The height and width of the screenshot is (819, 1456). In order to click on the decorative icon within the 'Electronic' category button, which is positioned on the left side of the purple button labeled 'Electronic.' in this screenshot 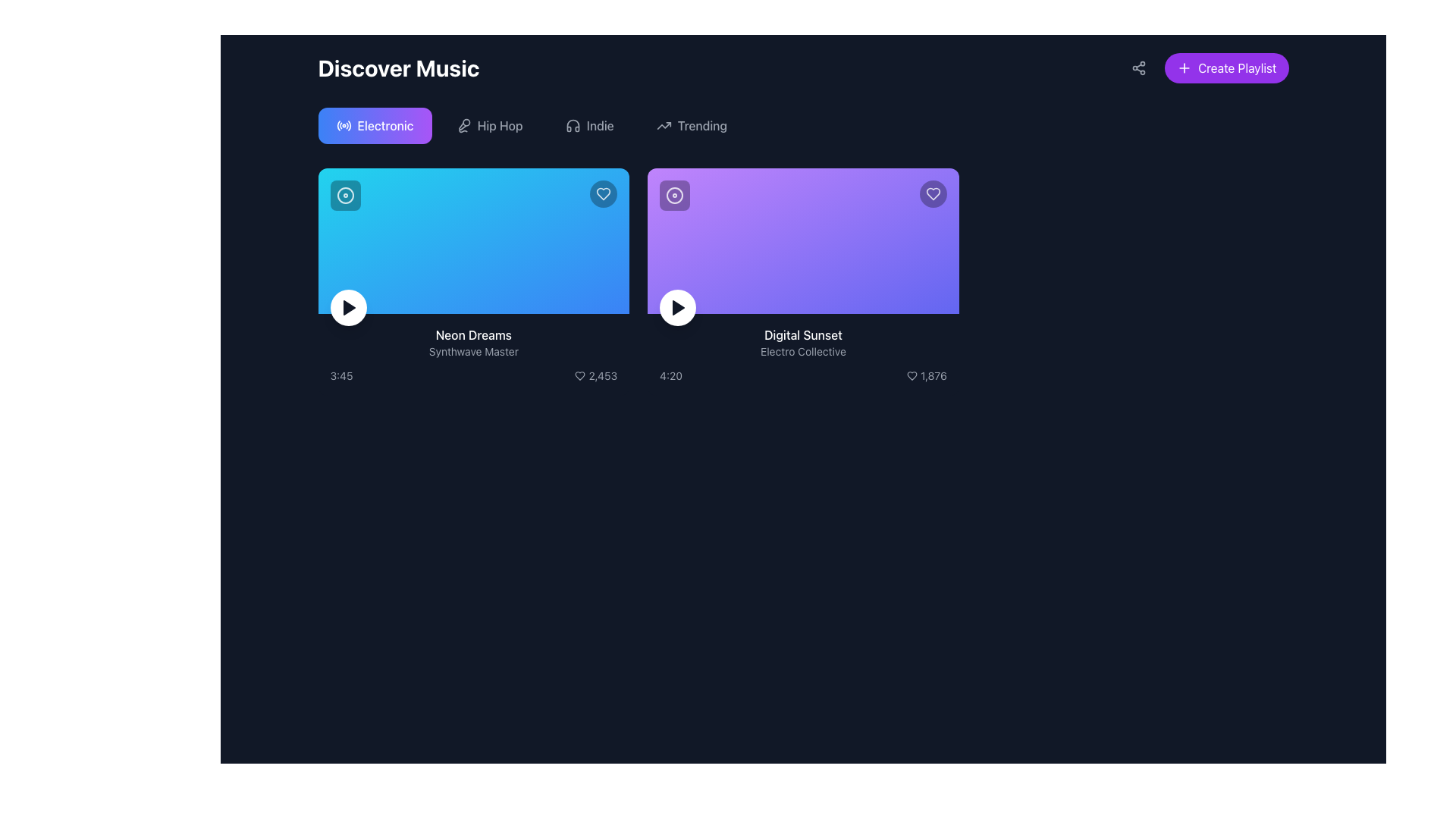, I will do `click(343, 124)`.